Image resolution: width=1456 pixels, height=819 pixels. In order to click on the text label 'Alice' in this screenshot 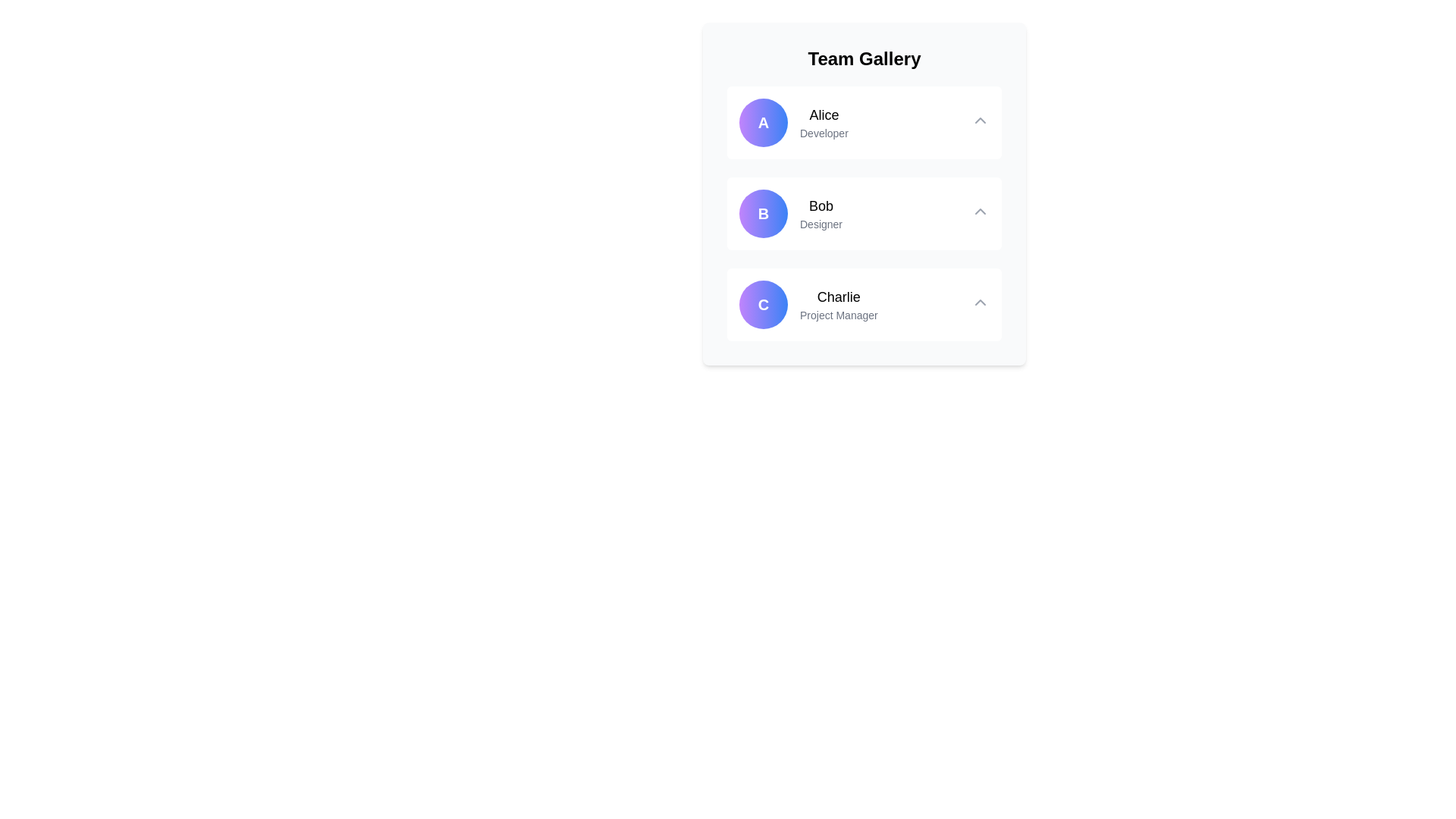, I will do `click(823, 114)`.